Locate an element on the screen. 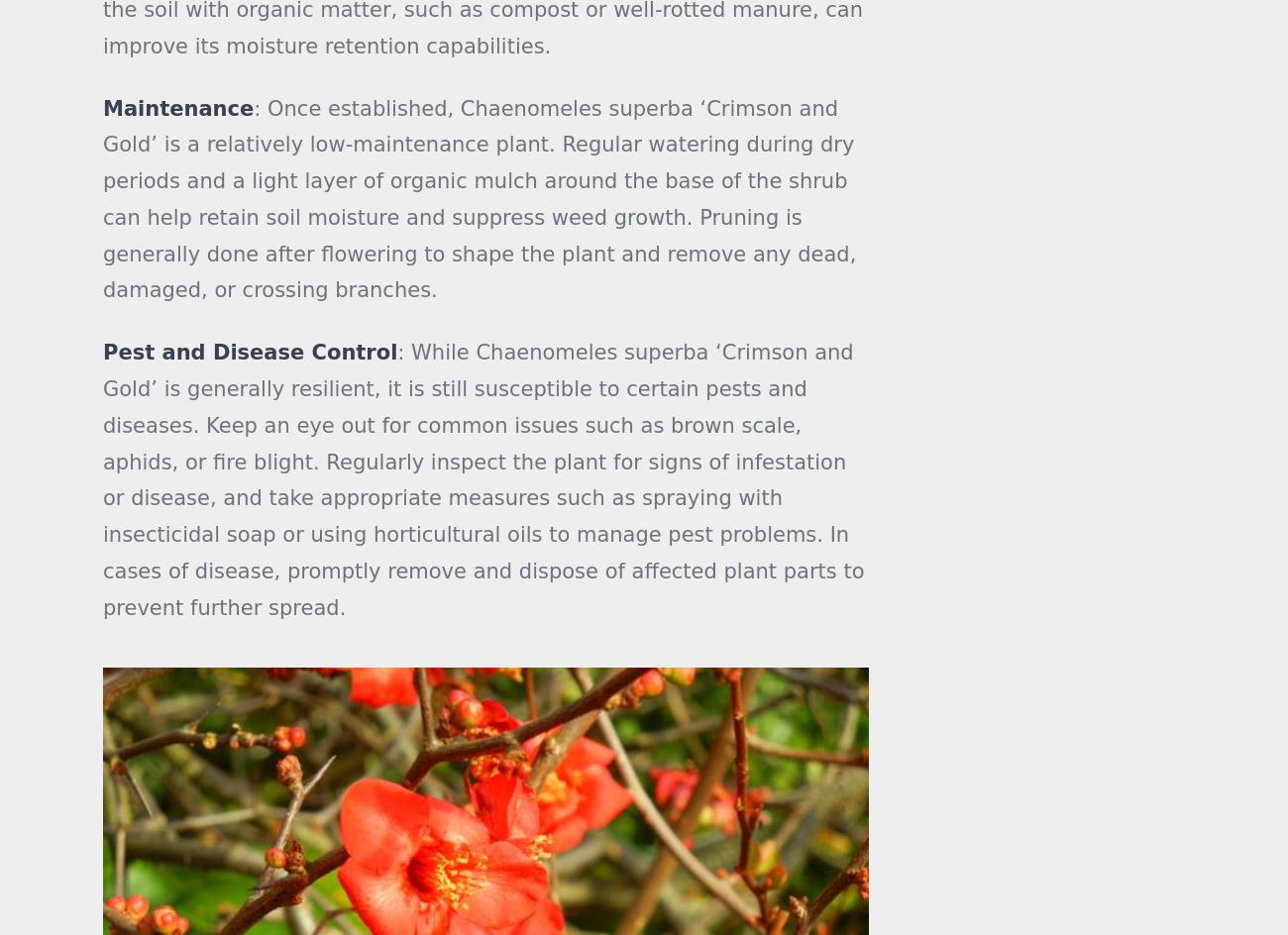  'White' is located at coordinates (1111, 166).